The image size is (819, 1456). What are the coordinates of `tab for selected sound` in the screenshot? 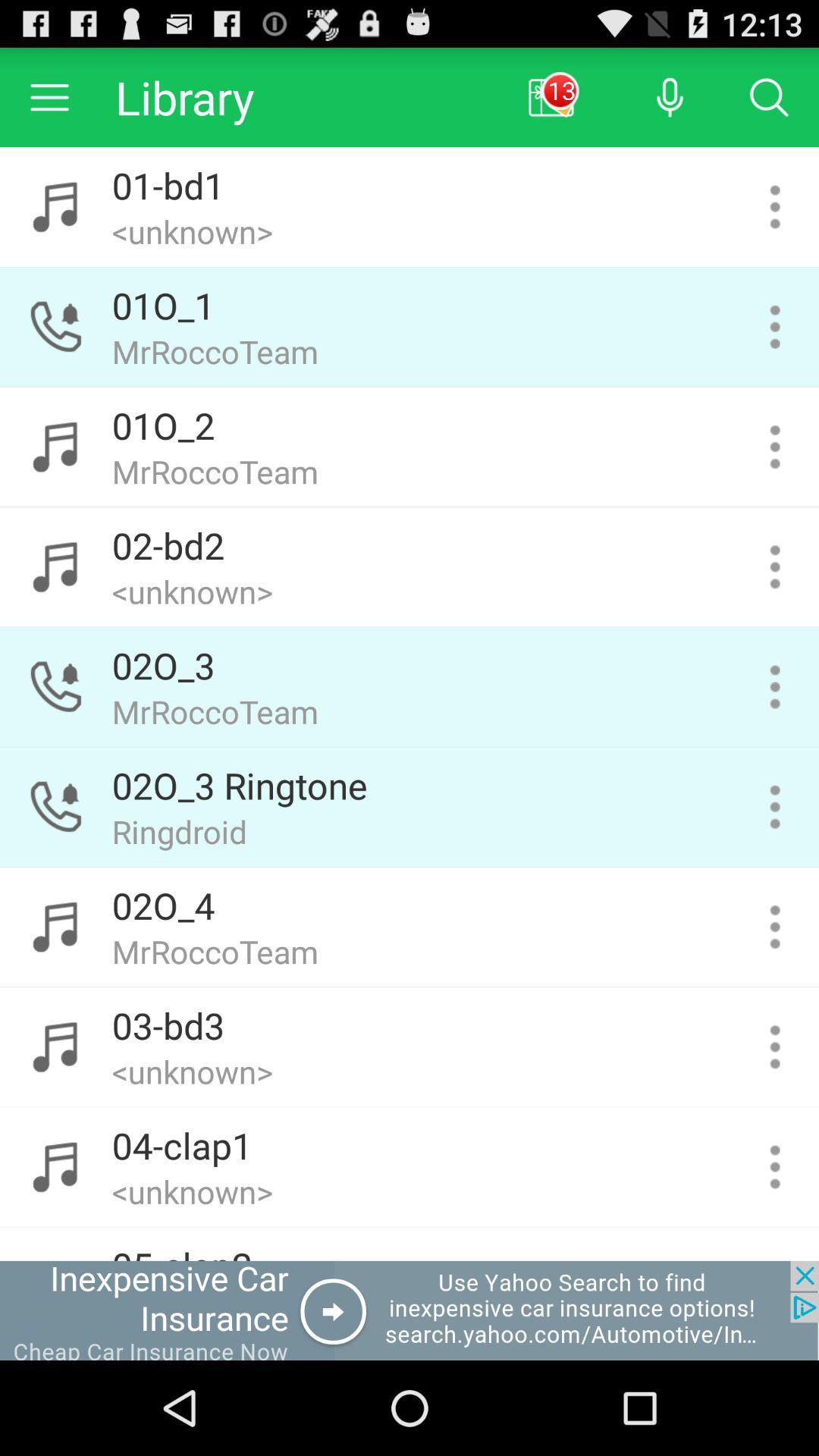 It's located at (775, 1166).